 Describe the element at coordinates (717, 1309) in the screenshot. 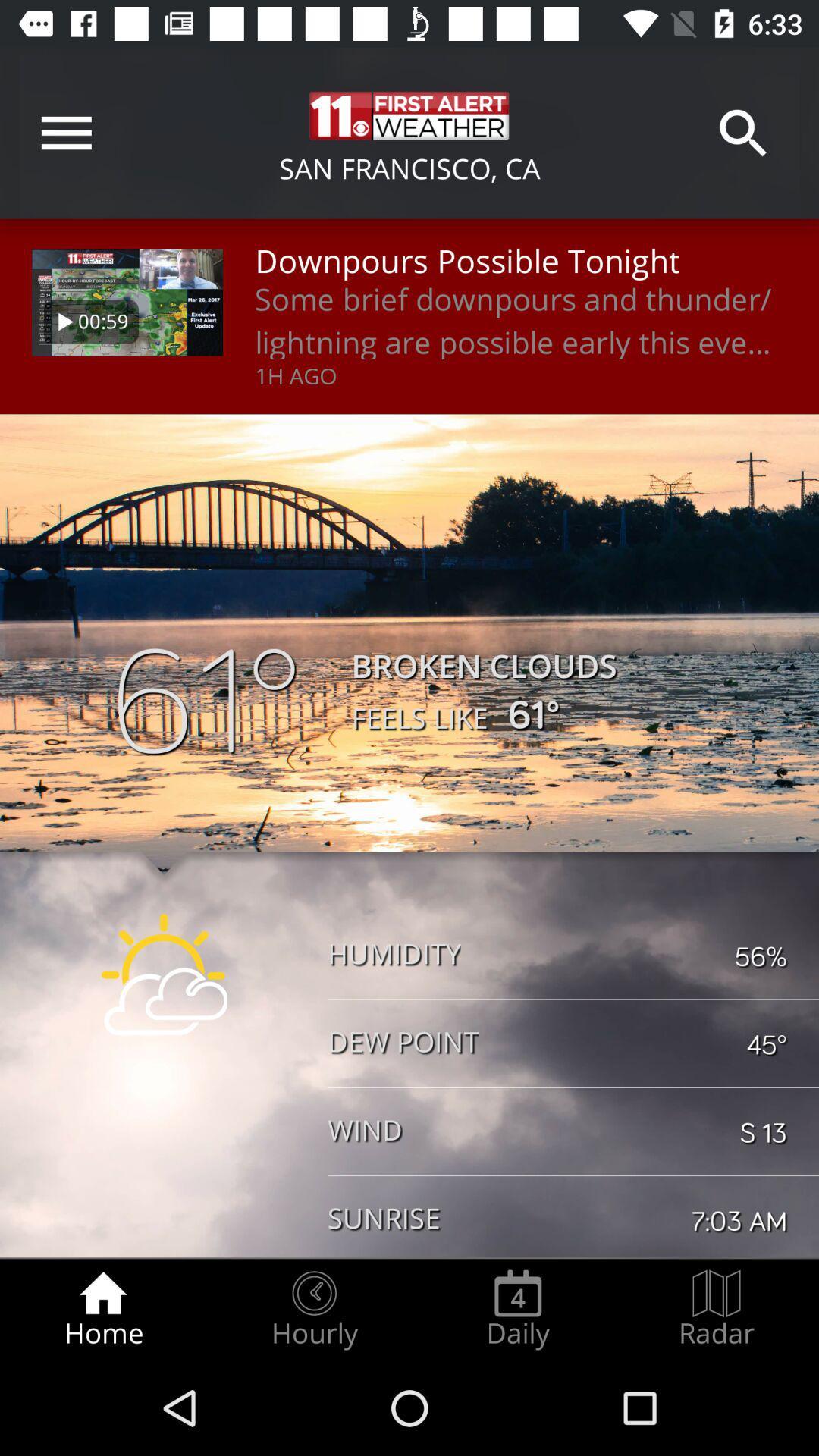

I see `the radar radio button` at that location.